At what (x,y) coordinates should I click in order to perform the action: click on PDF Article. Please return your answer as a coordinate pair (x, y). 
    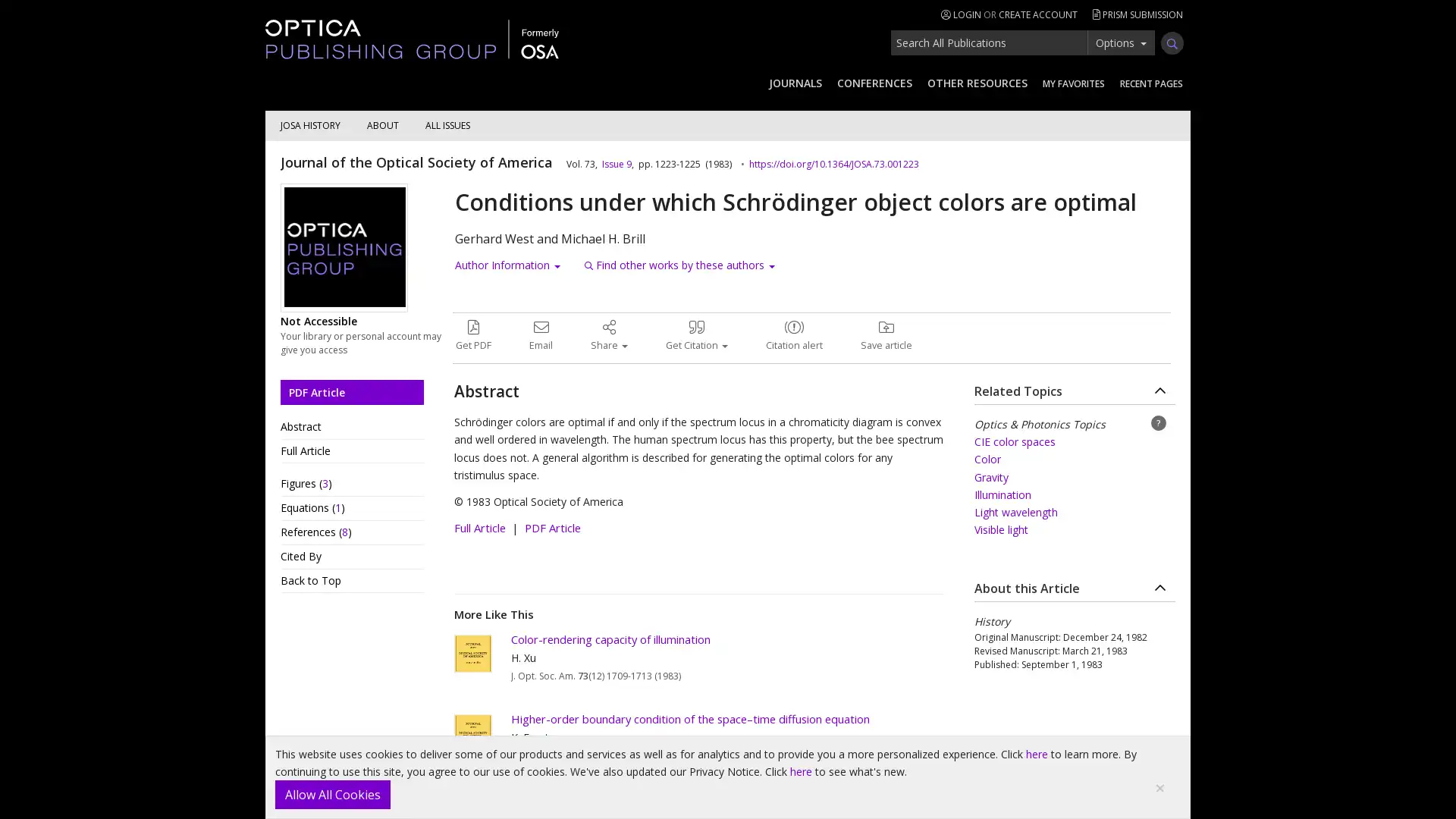
    Looking at the image, I should click on (351, 391).